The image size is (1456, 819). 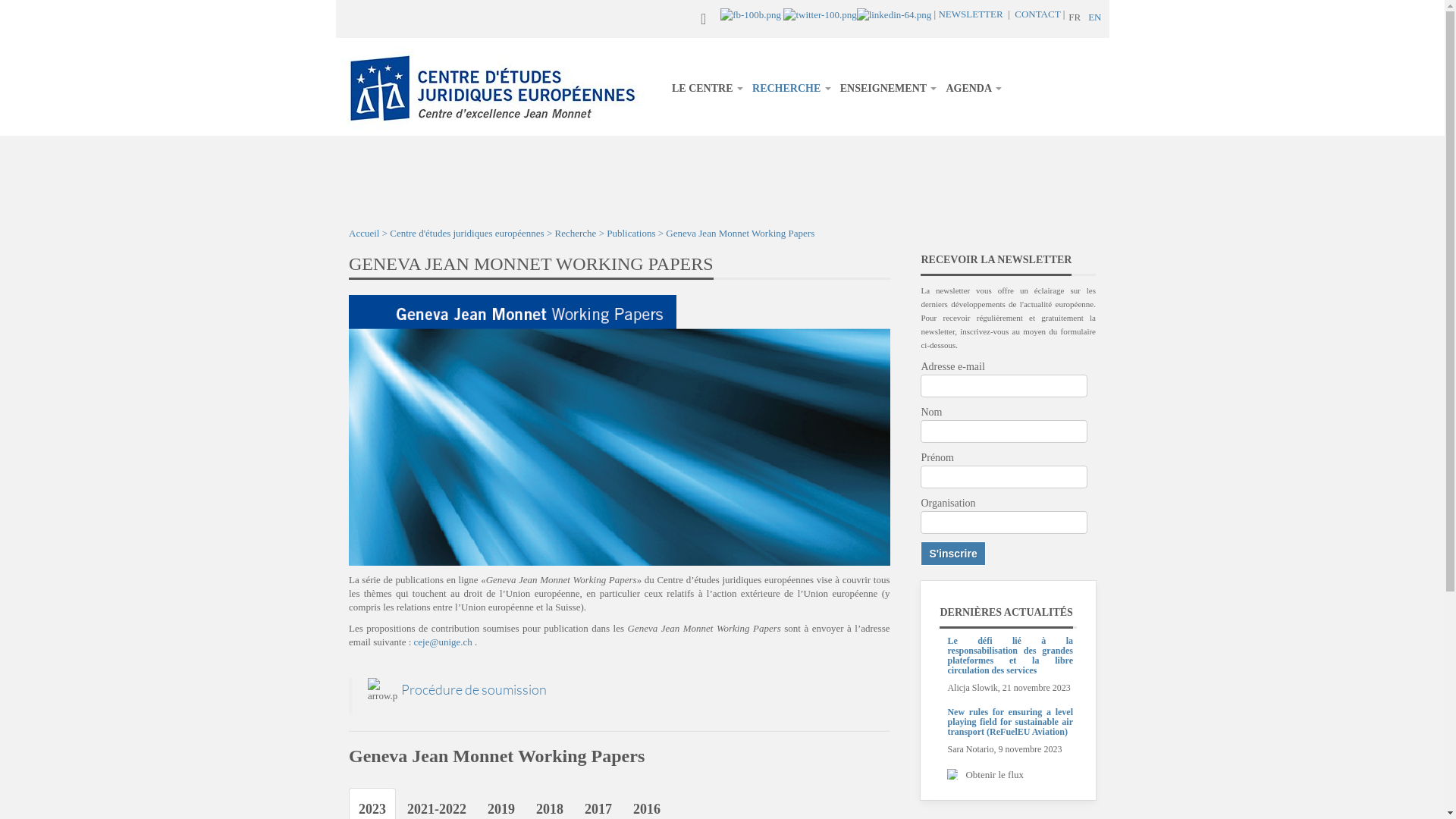 What do you see at coordinates (818, 14) in the screenshot?
I see `'Suivez-nous sur Twitter'` at bounding box center [818, 14].